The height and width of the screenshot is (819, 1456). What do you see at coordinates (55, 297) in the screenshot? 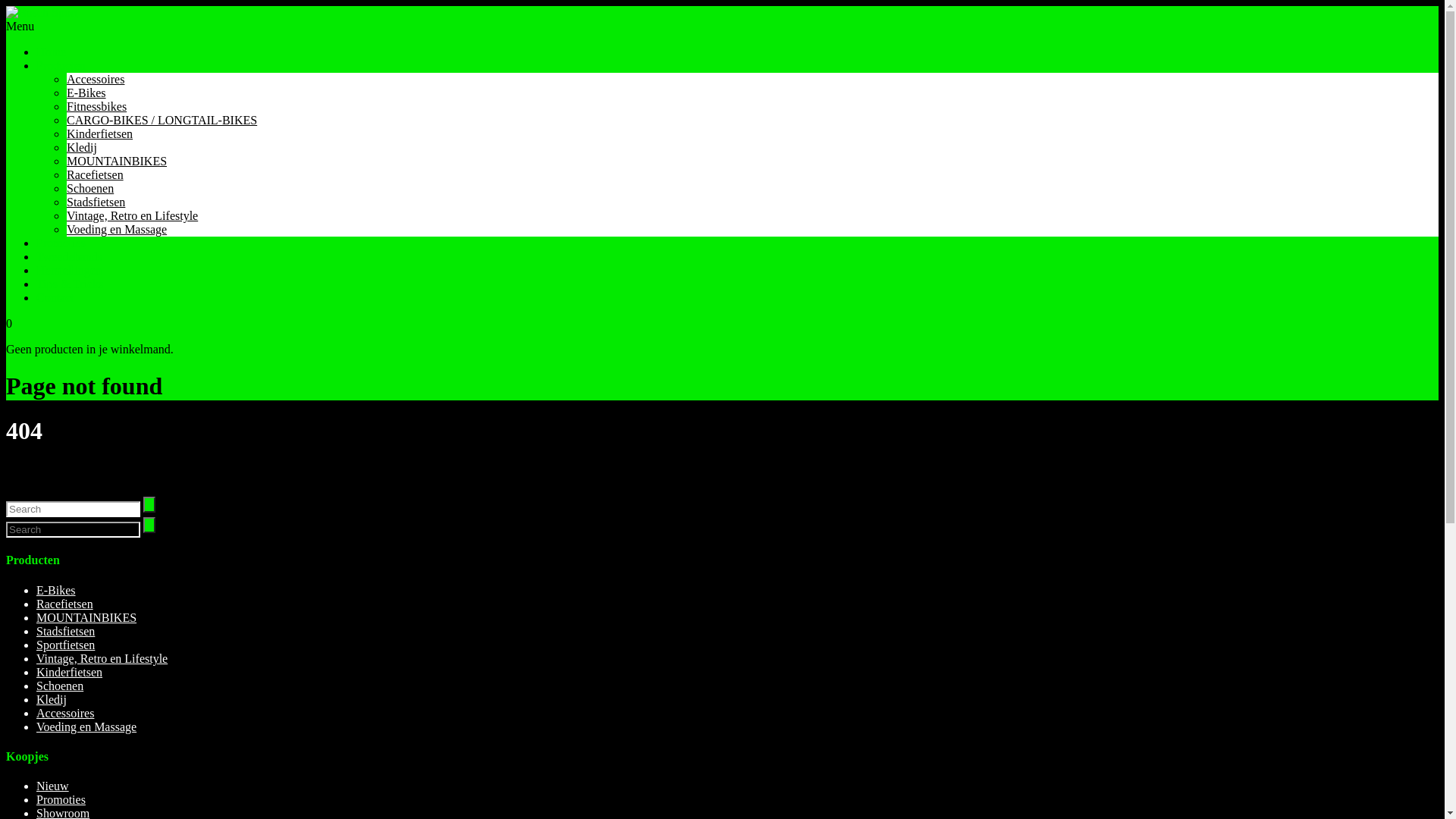
I see `'Contact'` at bounding box center [55, 297].